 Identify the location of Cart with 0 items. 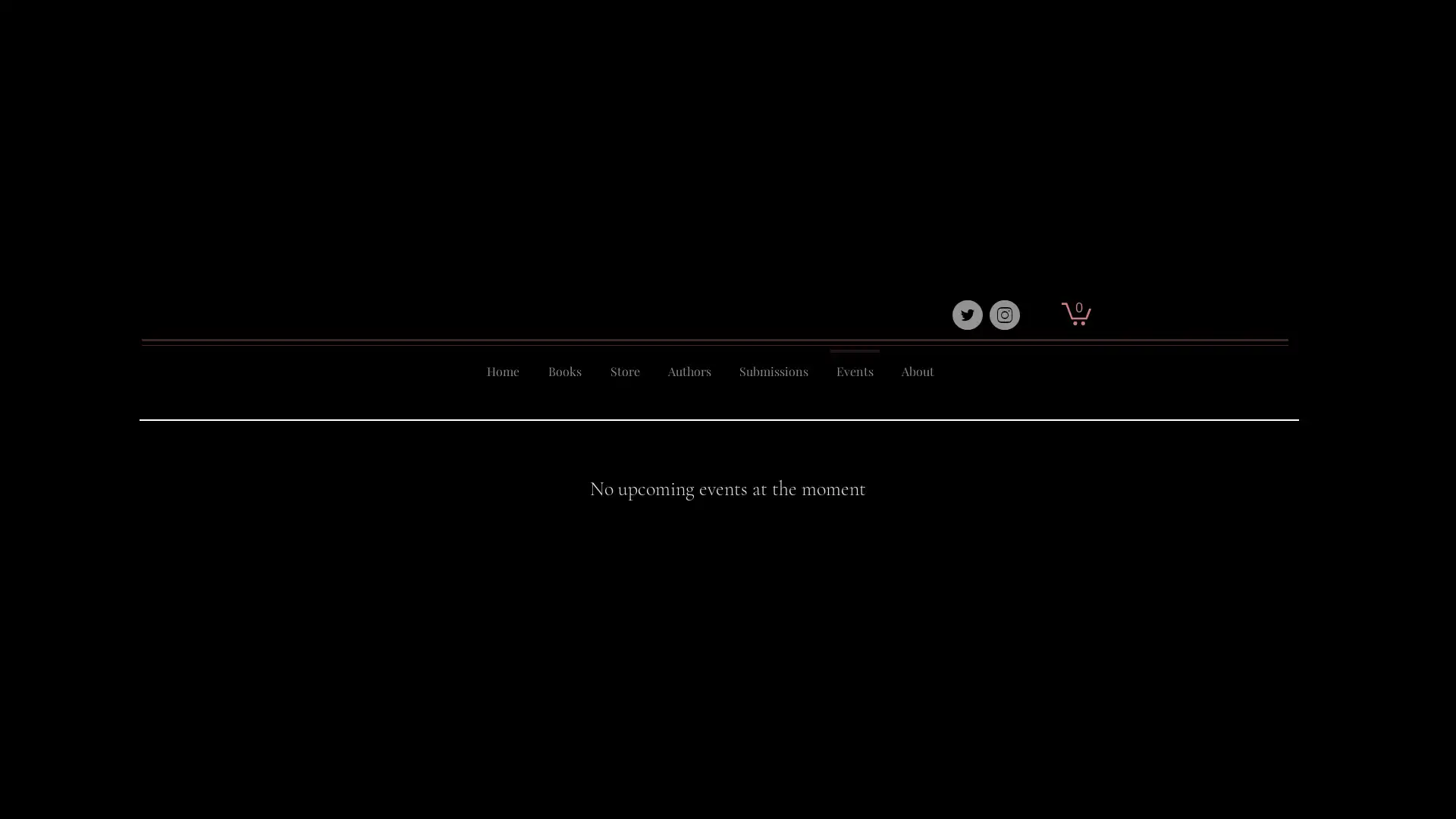
(1075, 312).